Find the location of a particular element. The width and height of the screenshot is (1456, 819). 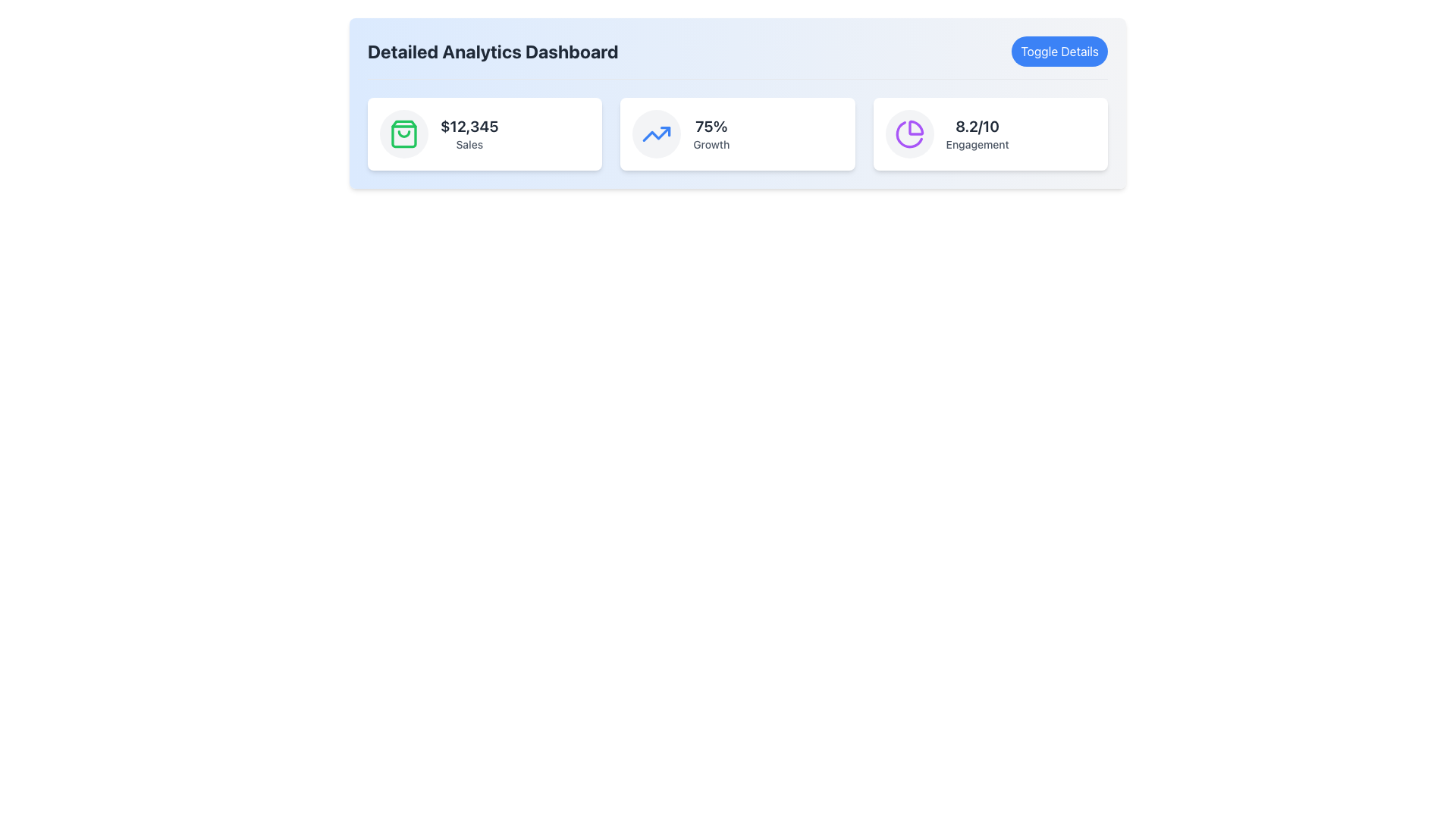

the monetary value text element displaying '$12,345', which is styled bold and large, located above the 'Sales' text and adjacent to the green shopping bag icon in the top-left section of the dashboard interface is located at coordinates (469, 125).